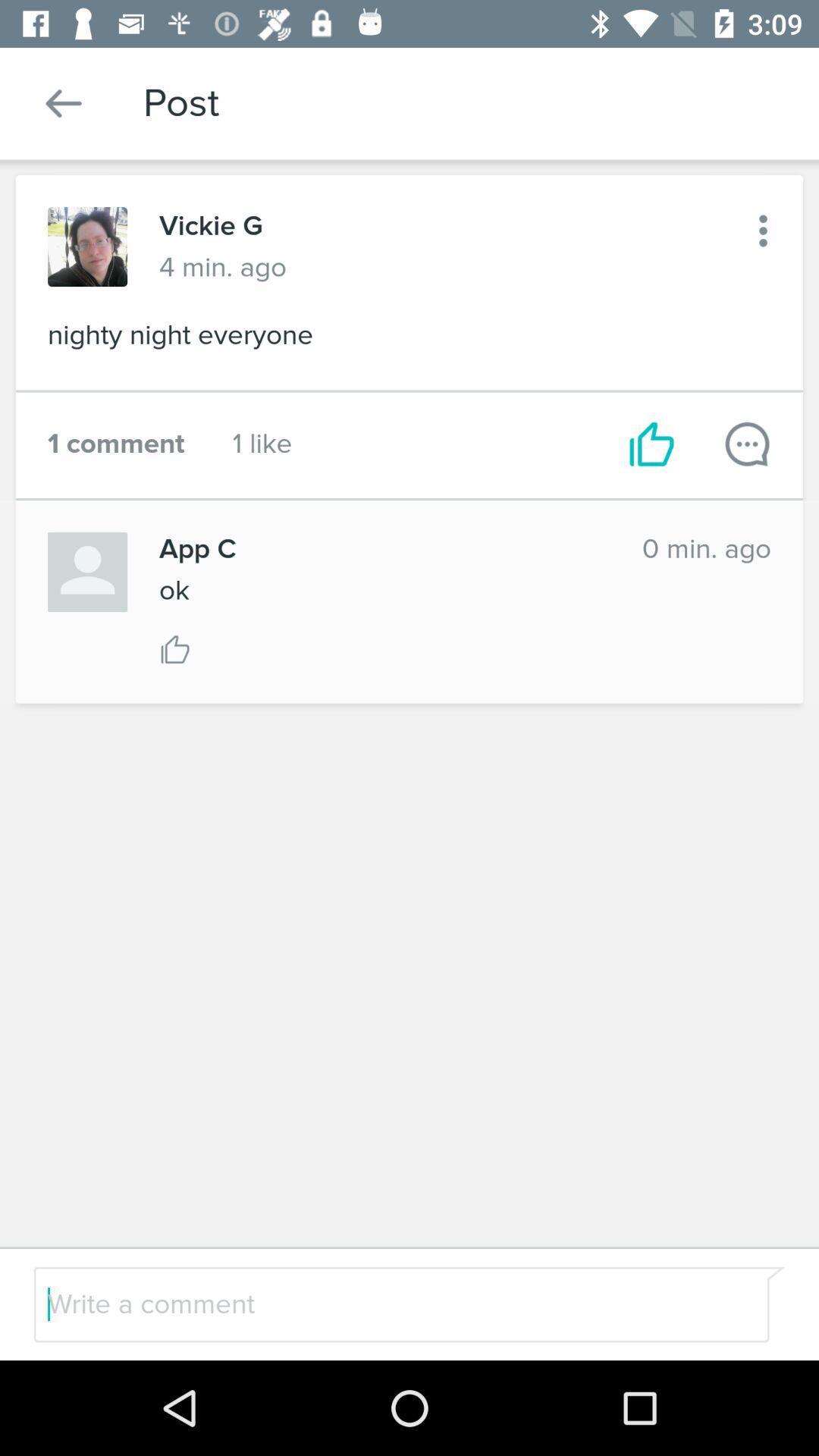 This screenshot has height=1456, width=819. I want to click on profile, so click(87, 246).